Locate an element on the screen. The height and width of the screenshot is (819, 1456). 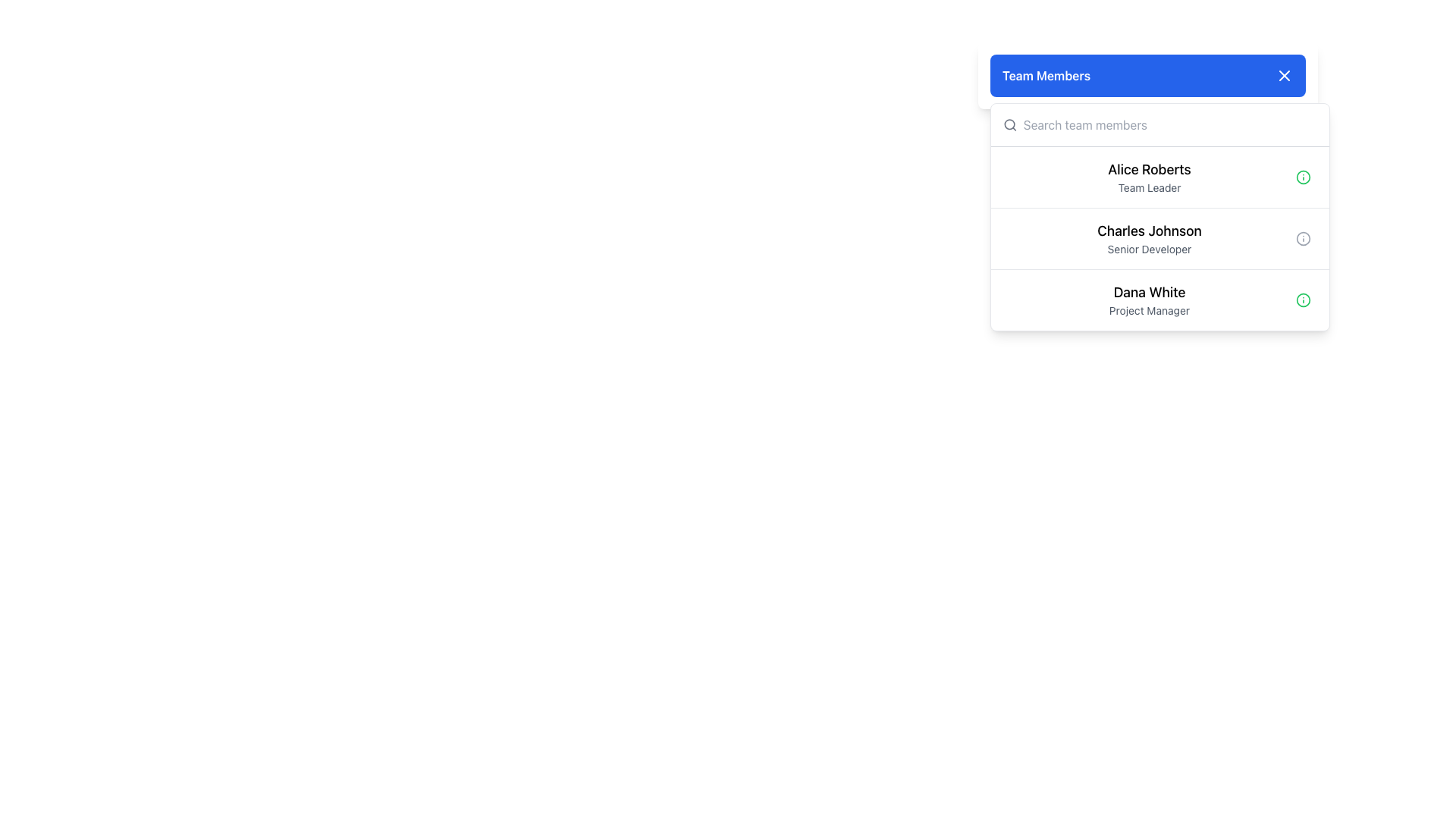
the first team member's name and title displayed in the list for further actions or information is located at coordinates (1150, 177).